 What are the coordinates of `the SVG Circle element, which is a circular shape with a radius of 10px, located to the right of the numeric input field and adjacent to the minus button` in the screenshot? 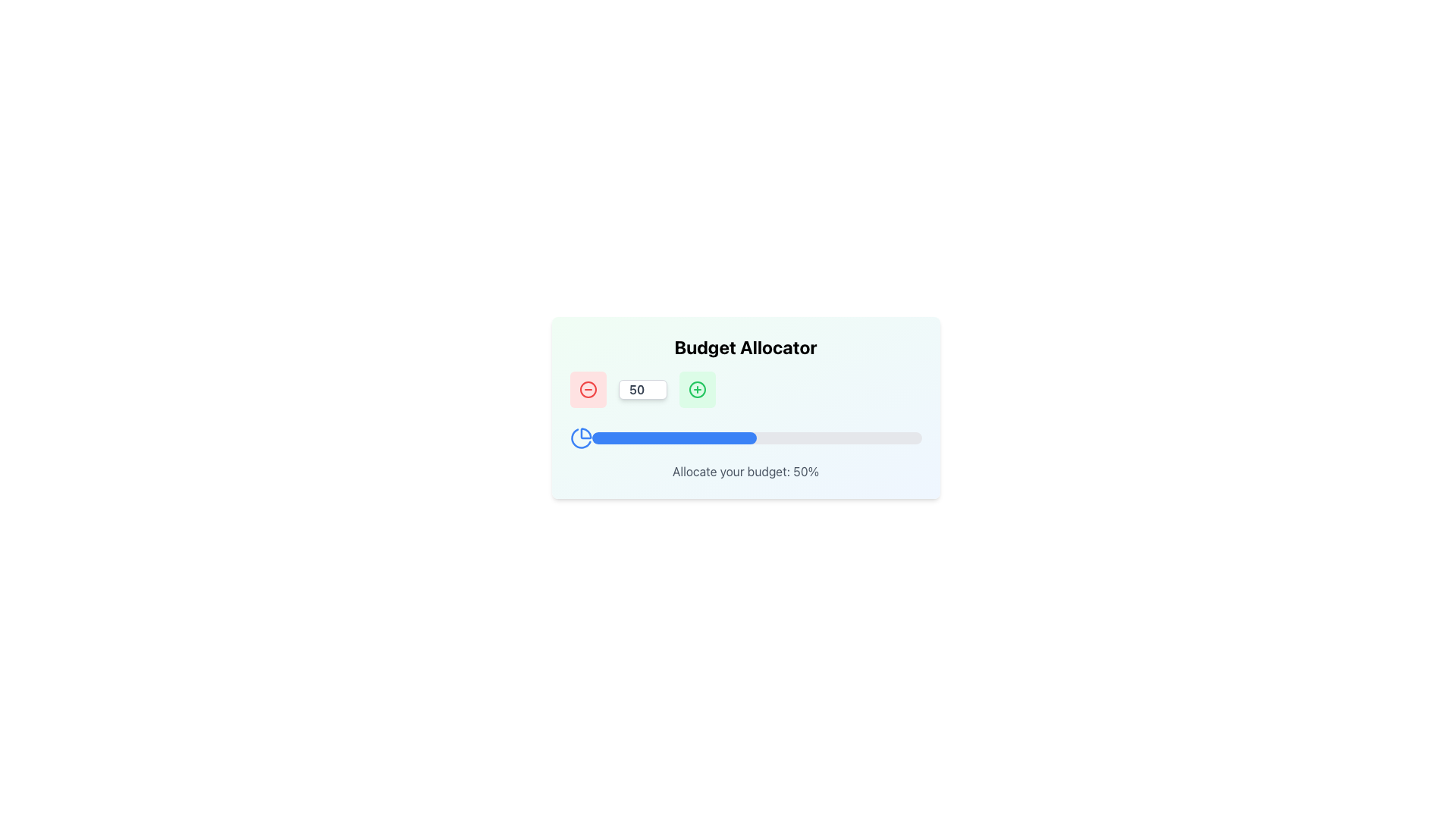 It's located at (696, 388).